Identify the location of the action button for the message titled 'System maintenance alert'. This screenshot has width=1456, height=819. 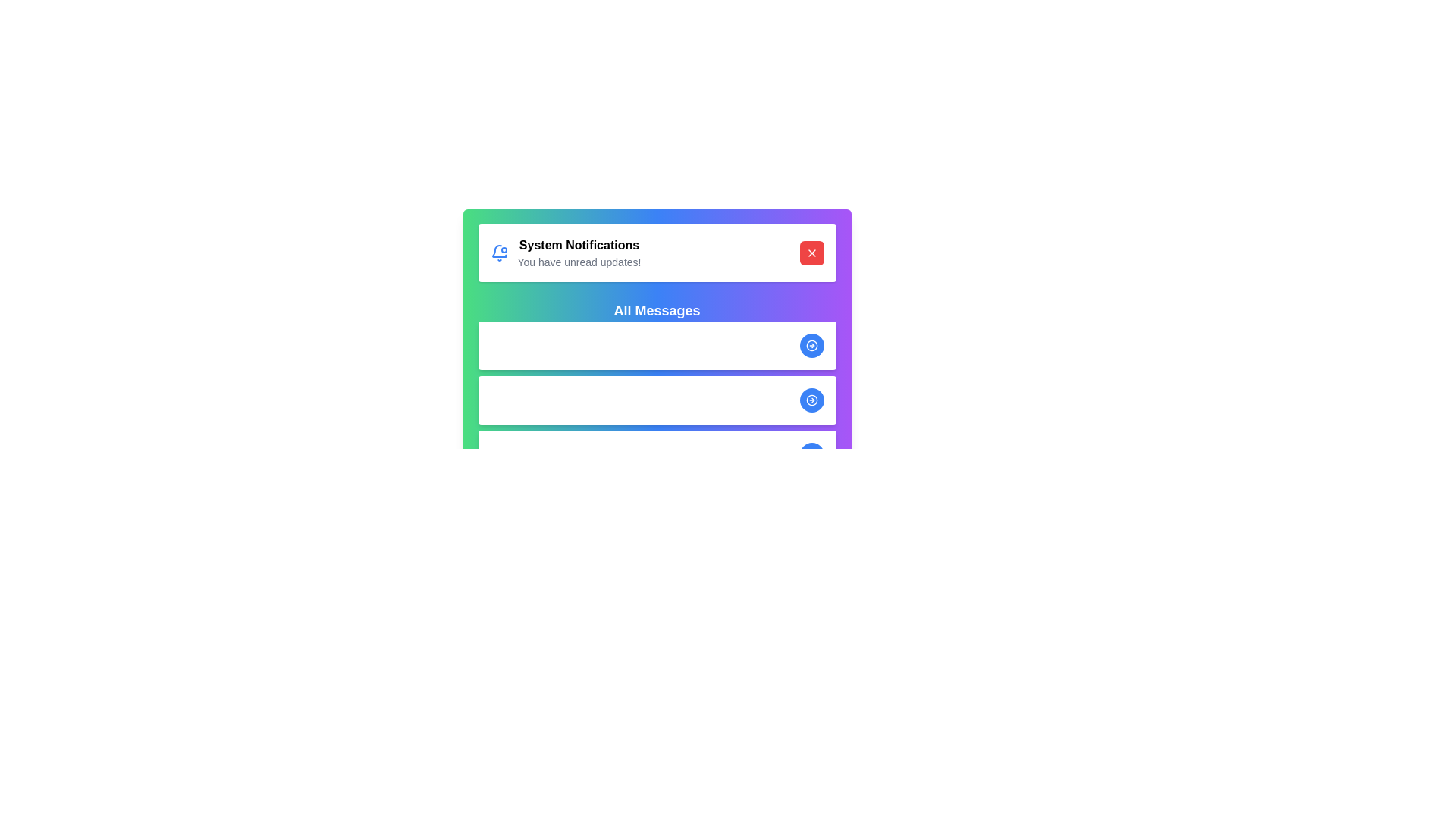
(811, 400).